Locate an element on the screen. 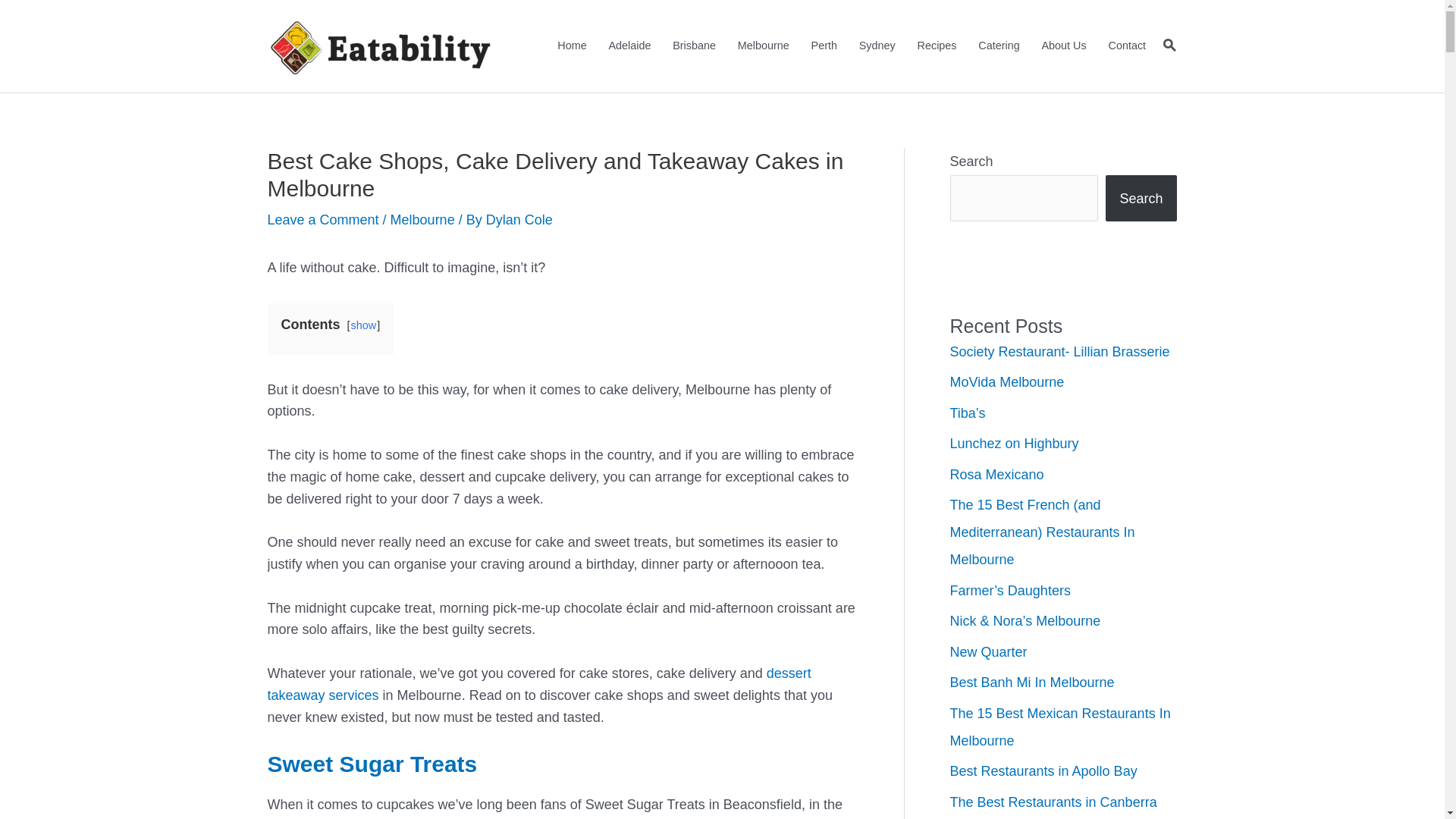 This screenshot has width=1456, height=819. 'Catering' is located at coordinates (999, 45).